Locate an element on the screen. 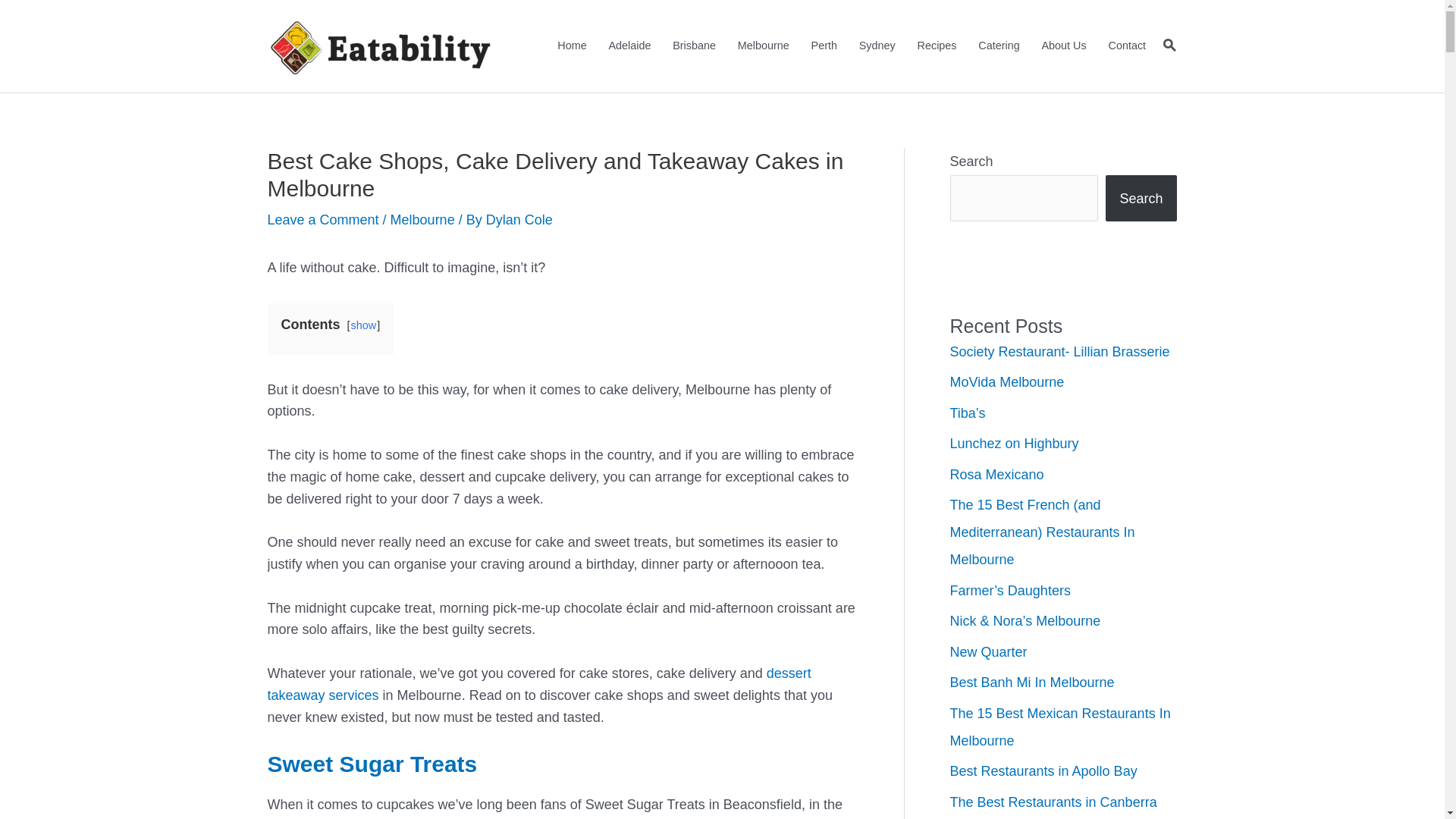 This screenshot has width=1456, height=819. 'Catering' is located at coordinates (999, 45).